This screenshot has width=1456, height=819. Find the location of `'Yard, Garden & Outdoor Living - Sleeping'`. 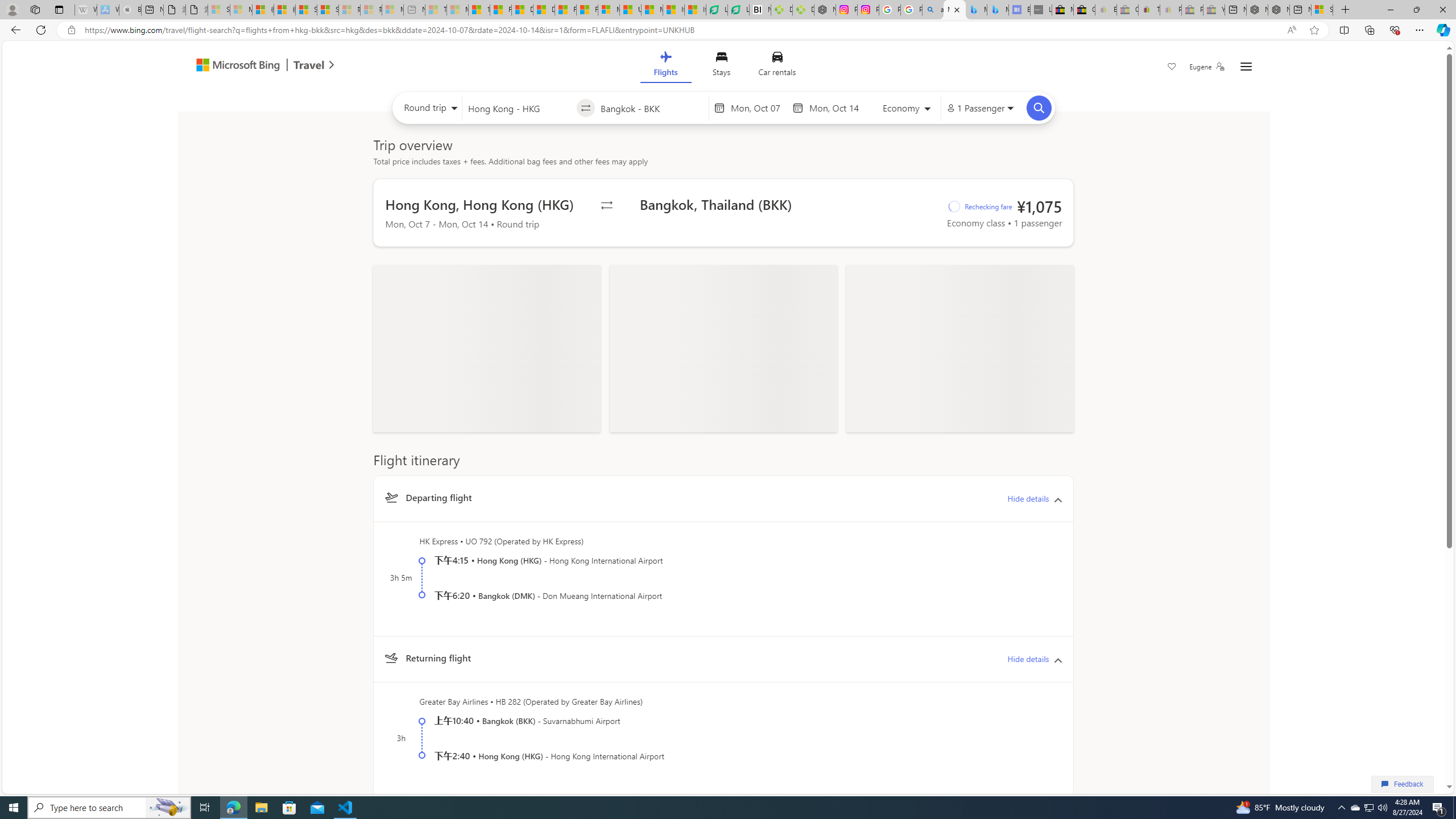

'Yard, Garden & Outdoor Living - Sleeping' is located at coordinates (1214, 9).